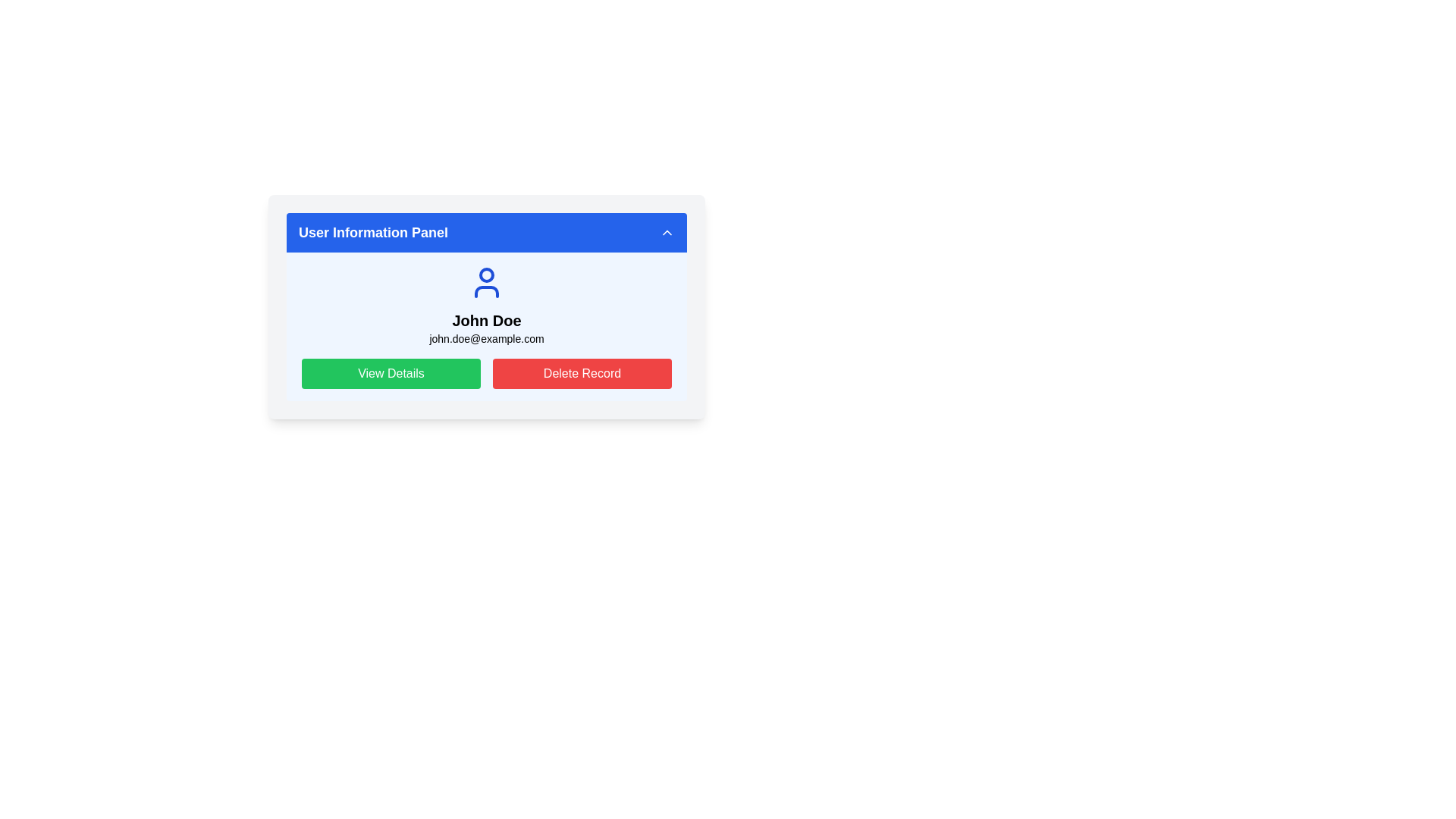  What do you see at coordinates (391, 374) in the screenshot?
I see `the 'View Details' button located in the 'User Information Panel' below the user details, specifically on the left side of the 'Delete Record' button` at bounding box center [391, 374].